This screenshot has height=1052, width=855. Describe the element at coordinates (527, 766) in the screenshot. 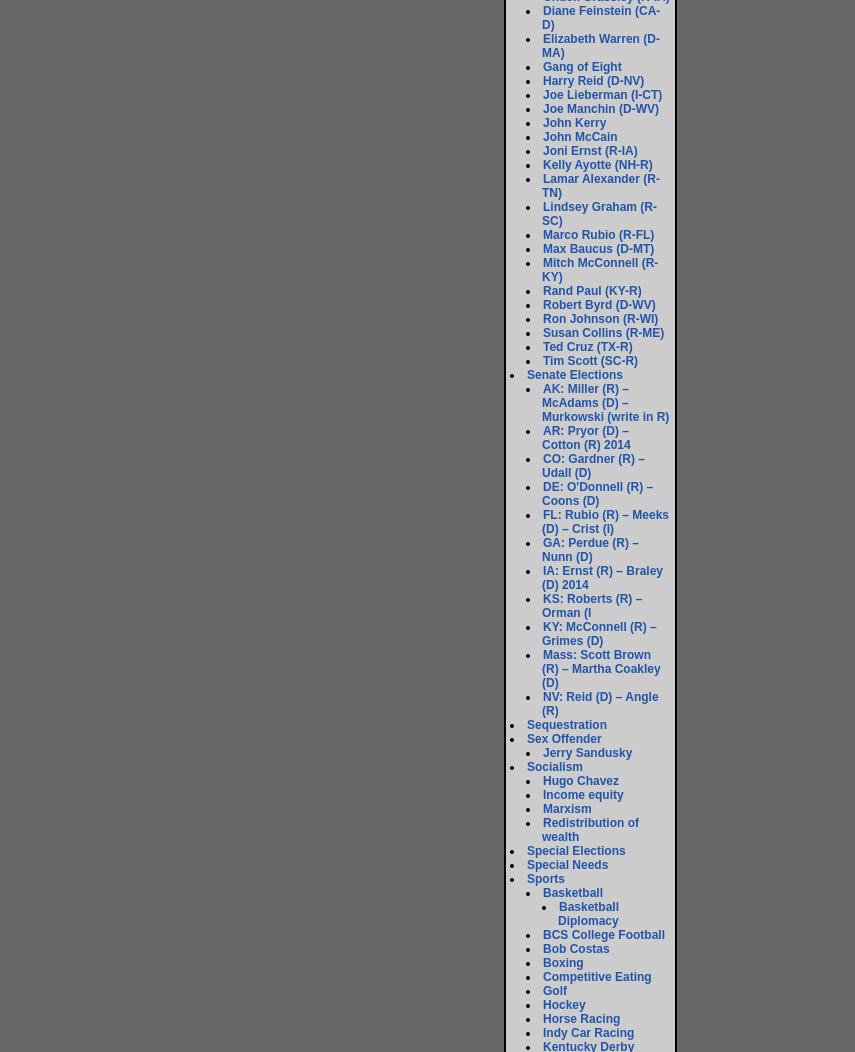

I see `'Socialism'` at that location.